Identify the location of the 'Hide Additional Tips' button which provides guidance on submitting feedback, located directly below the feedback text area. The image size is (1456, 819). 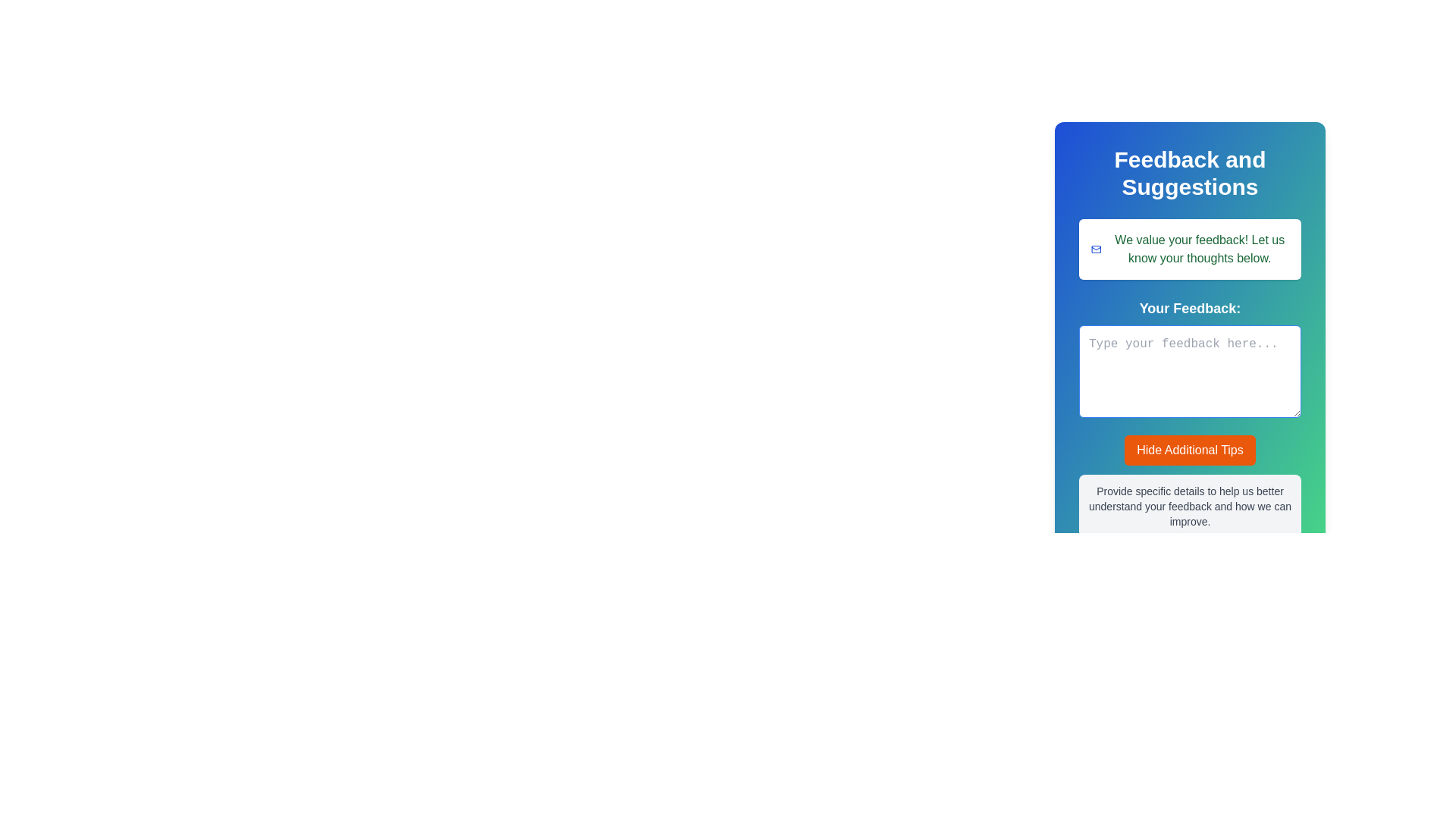
(1189, 442).